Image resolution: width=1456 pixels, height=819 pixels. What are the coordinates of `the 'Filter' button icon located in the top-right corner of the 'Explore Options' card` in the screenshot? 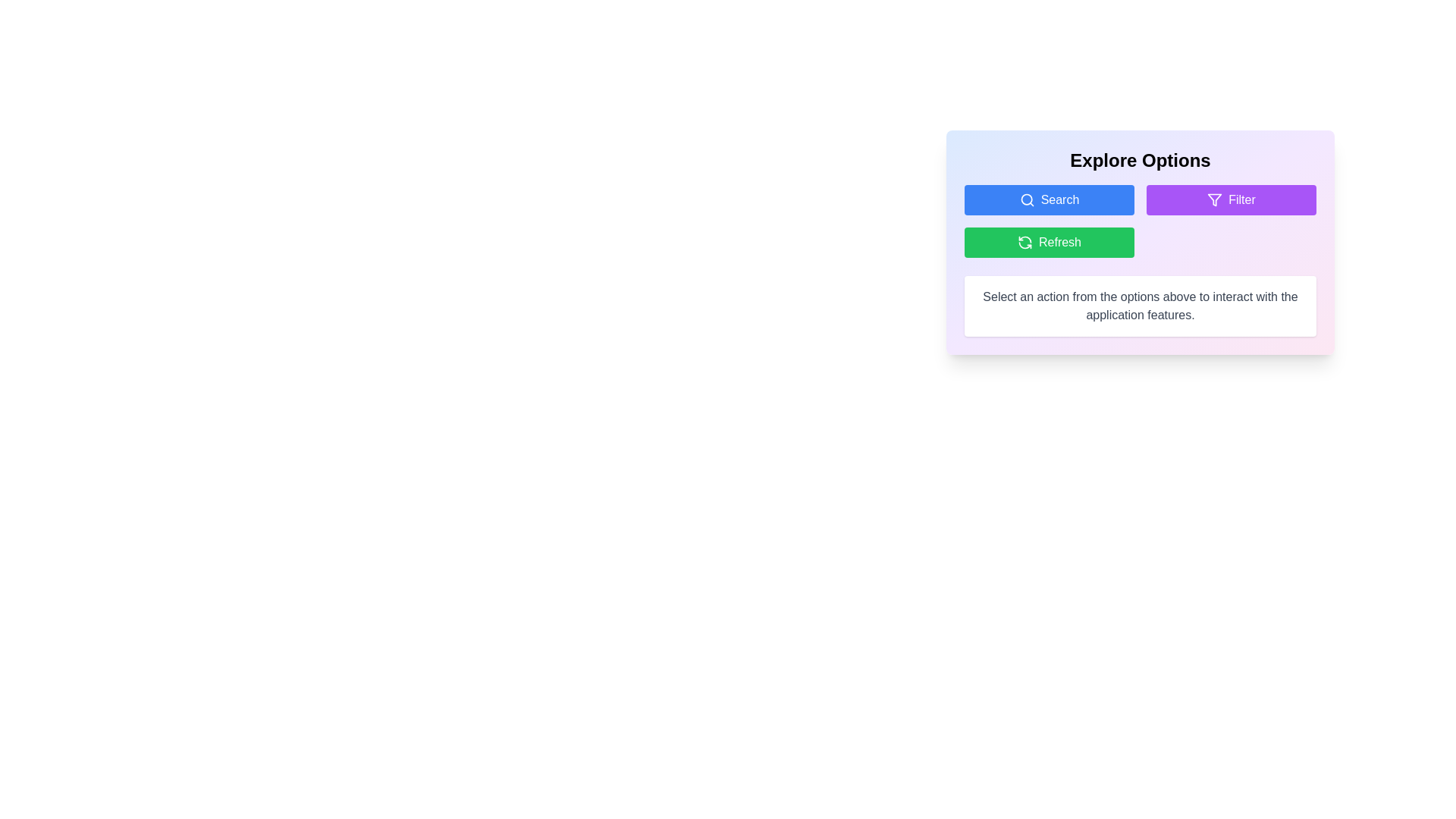 It's located at (1215, 199).